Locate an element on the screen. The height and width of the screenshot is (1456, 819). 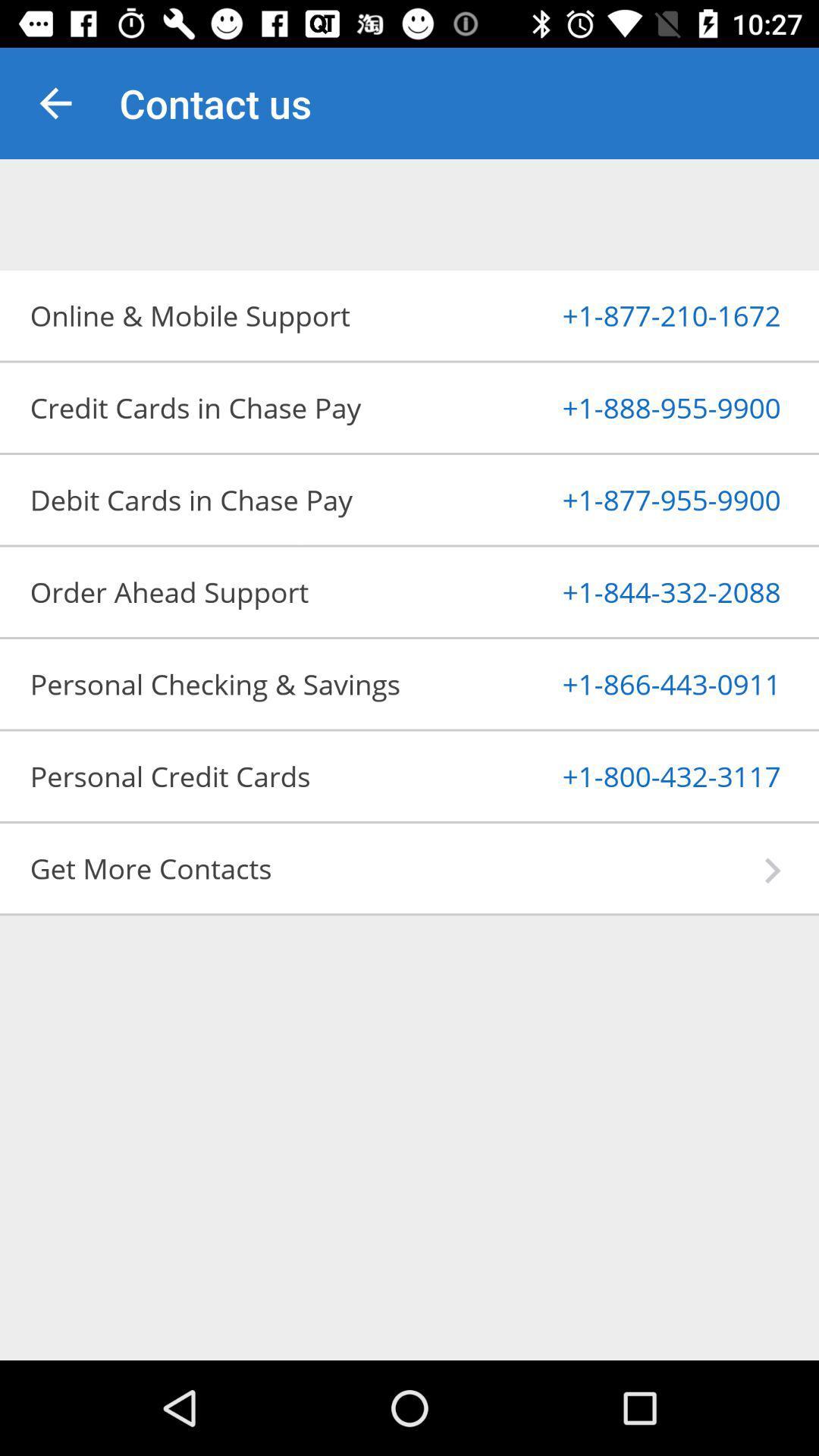
icon above the online & mobile support app is located at coordinates (55, 102).